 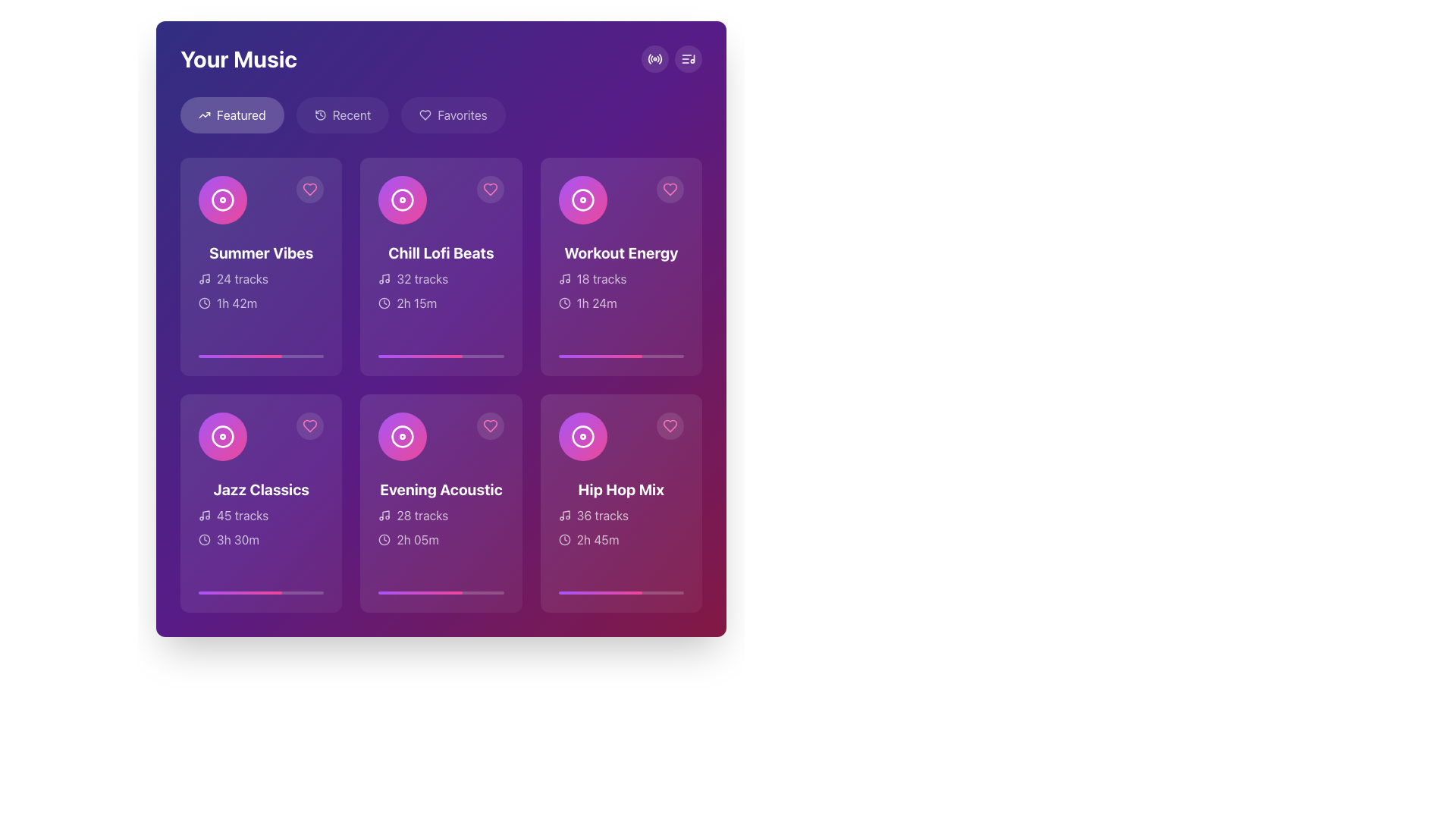 What do you see at coordinates (621, 514) in the screenshot?
I see `the Label that displays the number of tracks available in the 'Hip Hop Mix' card, located near the bottom of the card, above the duration text '2h 45m'` at bounding box center [621, 514].